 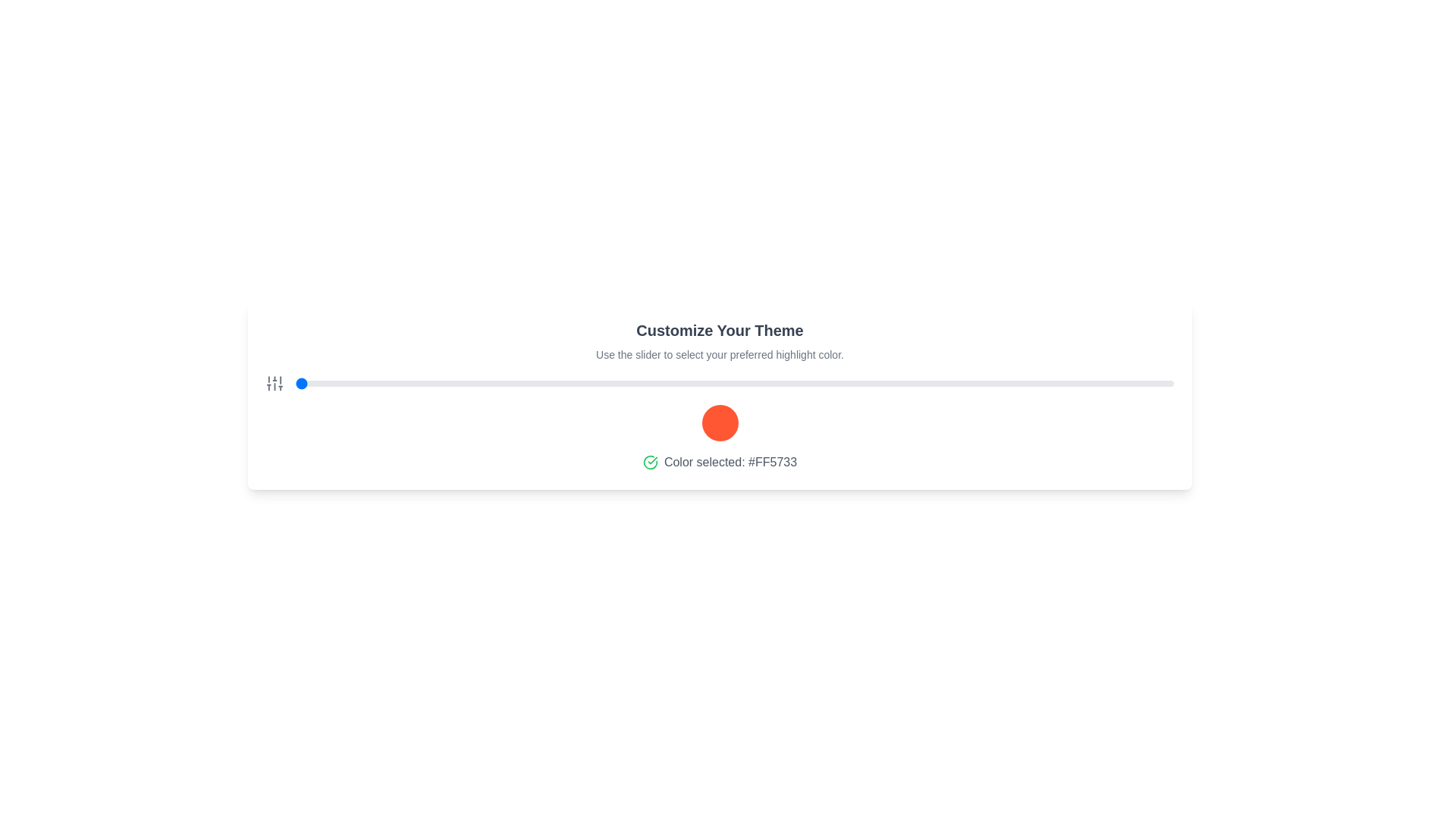 I want to click on the slider, so click(x=309, y=382).